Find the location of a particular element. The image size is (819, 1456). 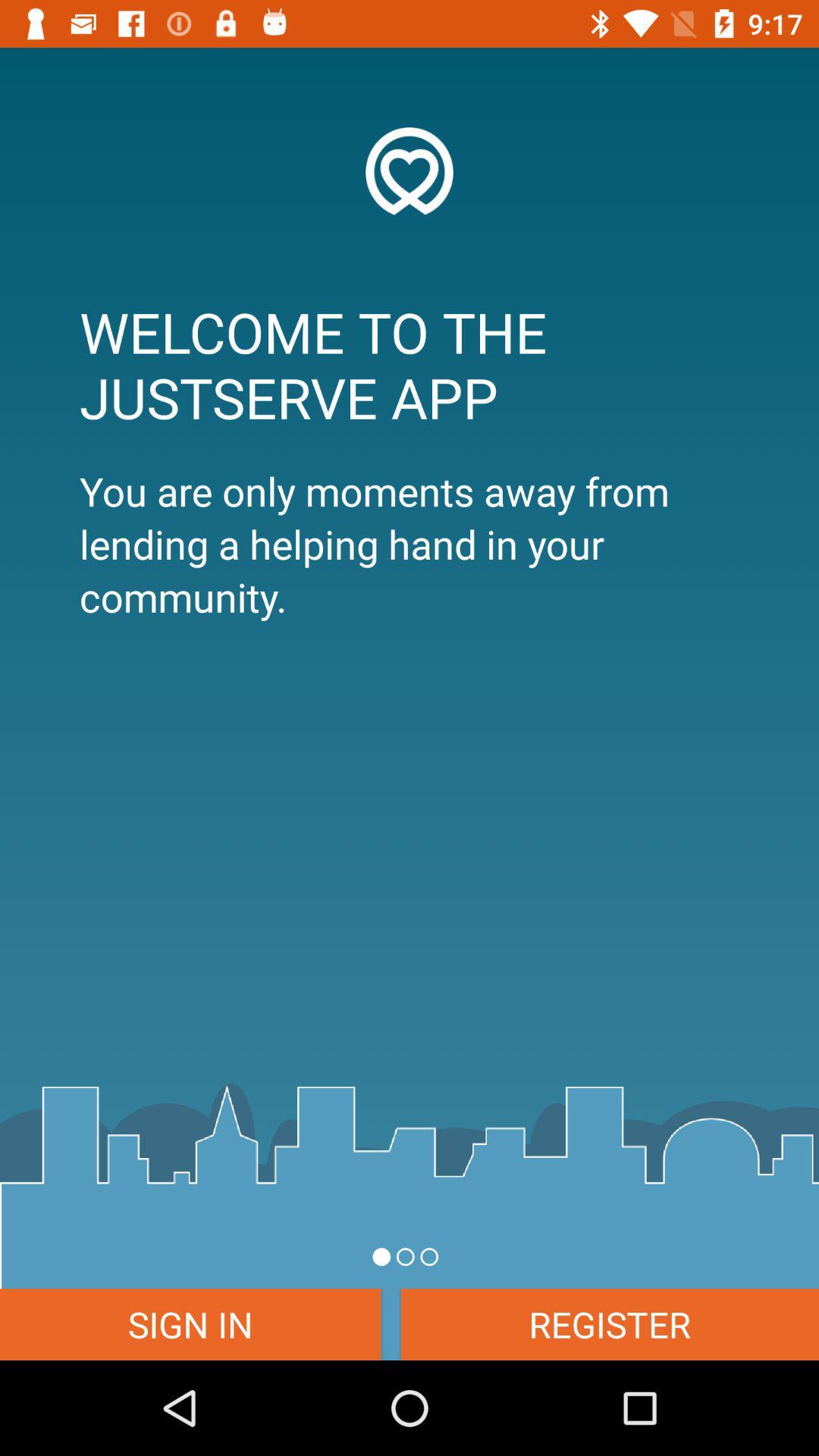

item next to the sign in icon is located at coordinates (609, 1323).